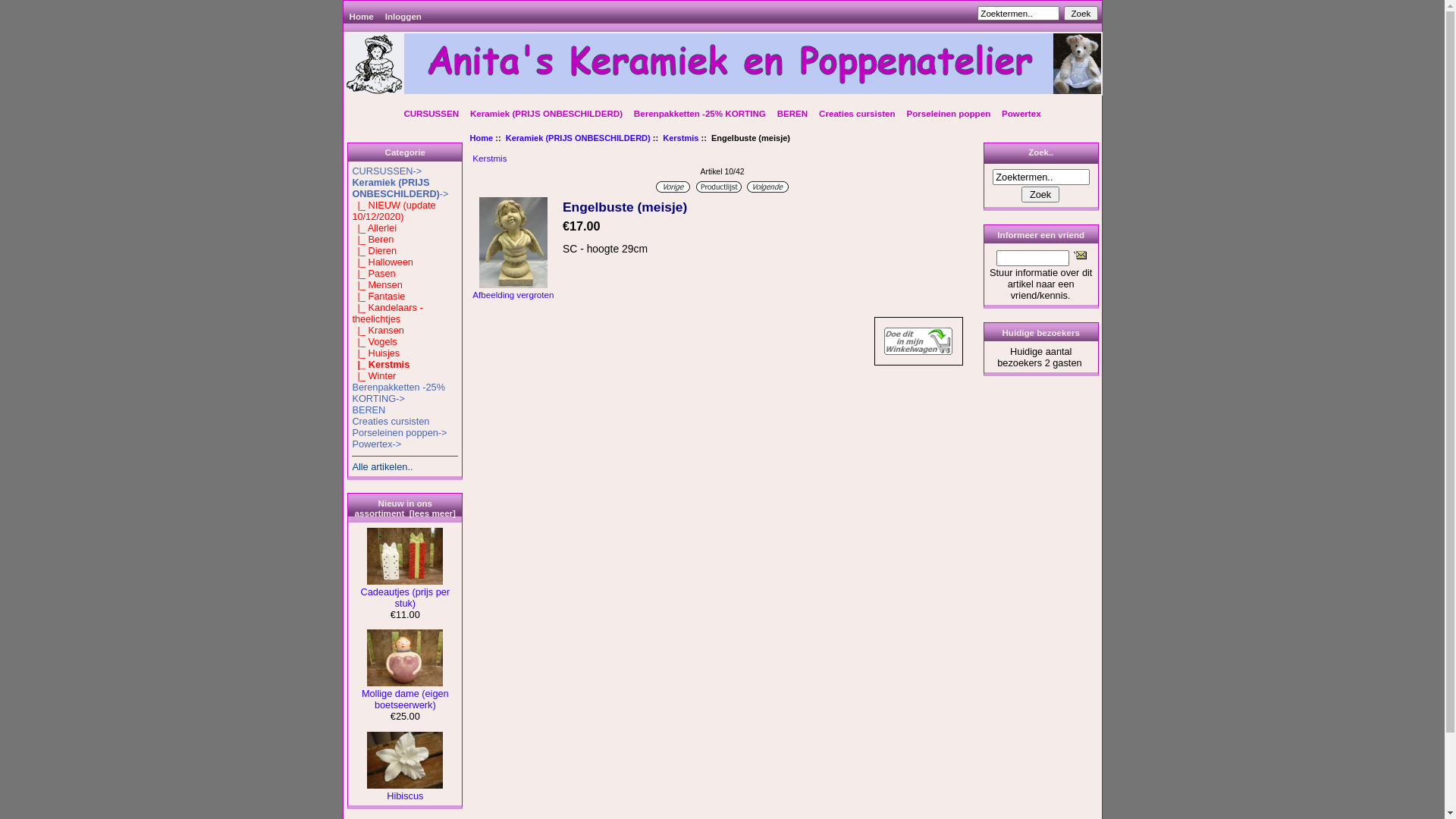 The height and width of the screenshot is (819, 1456). I want to click on 'Powertex->', so click(376, 444).